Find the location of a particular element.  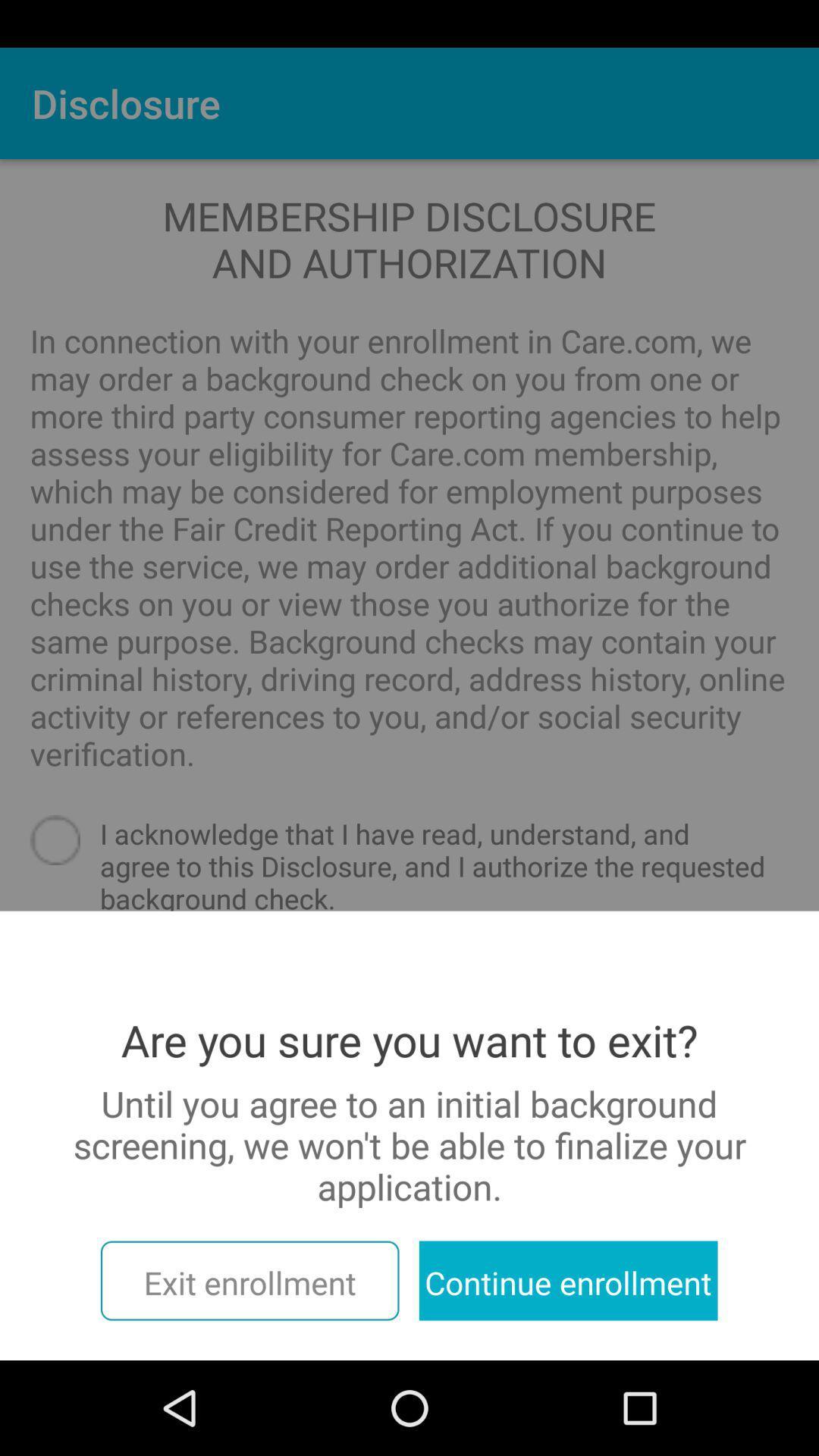

icon next to the exit enrollment icon is located at coordinates (568, 1280).